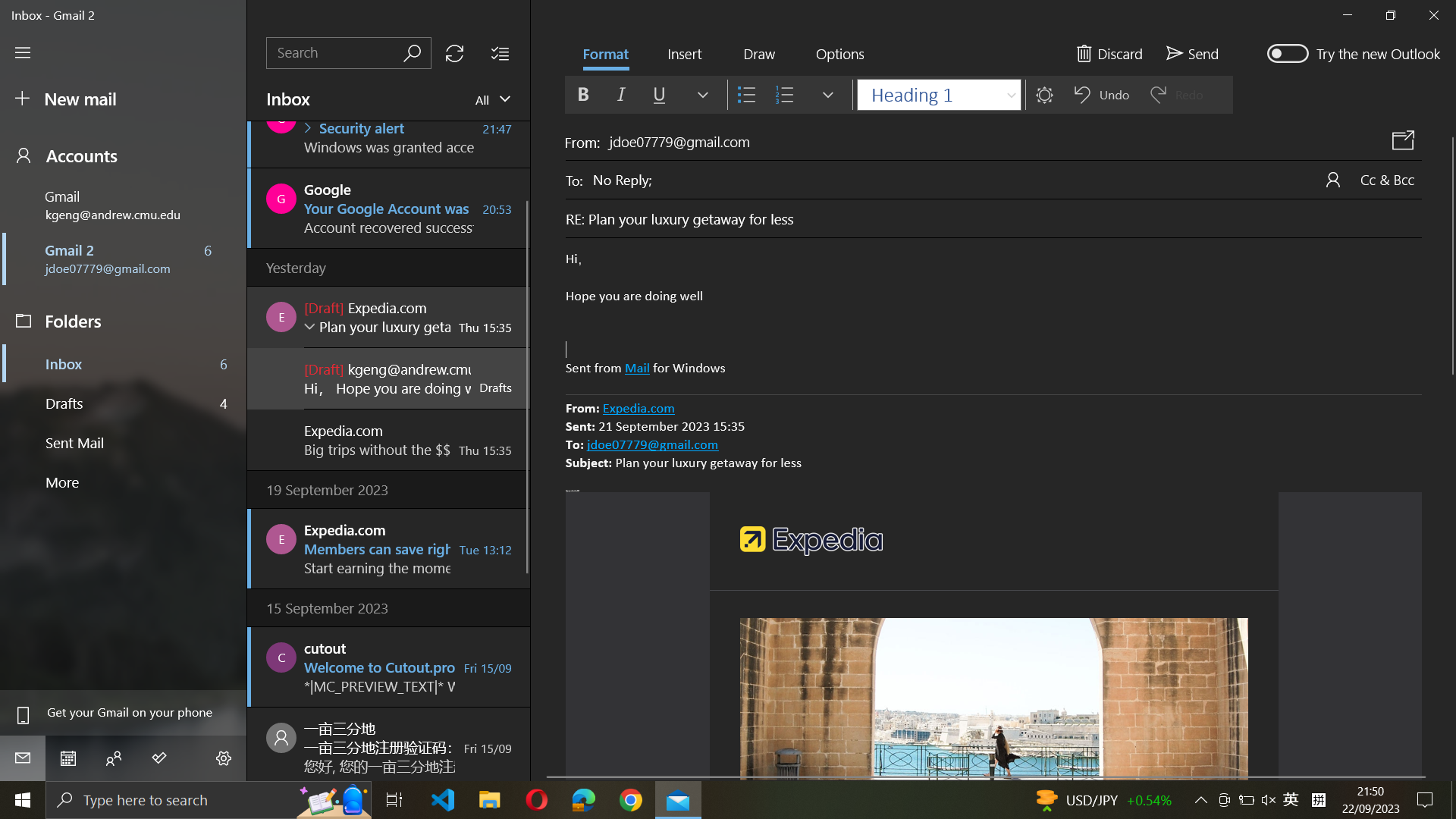 The image size is (1456, 819). I want to click on Change the current font to Arial, so click(937, 93).